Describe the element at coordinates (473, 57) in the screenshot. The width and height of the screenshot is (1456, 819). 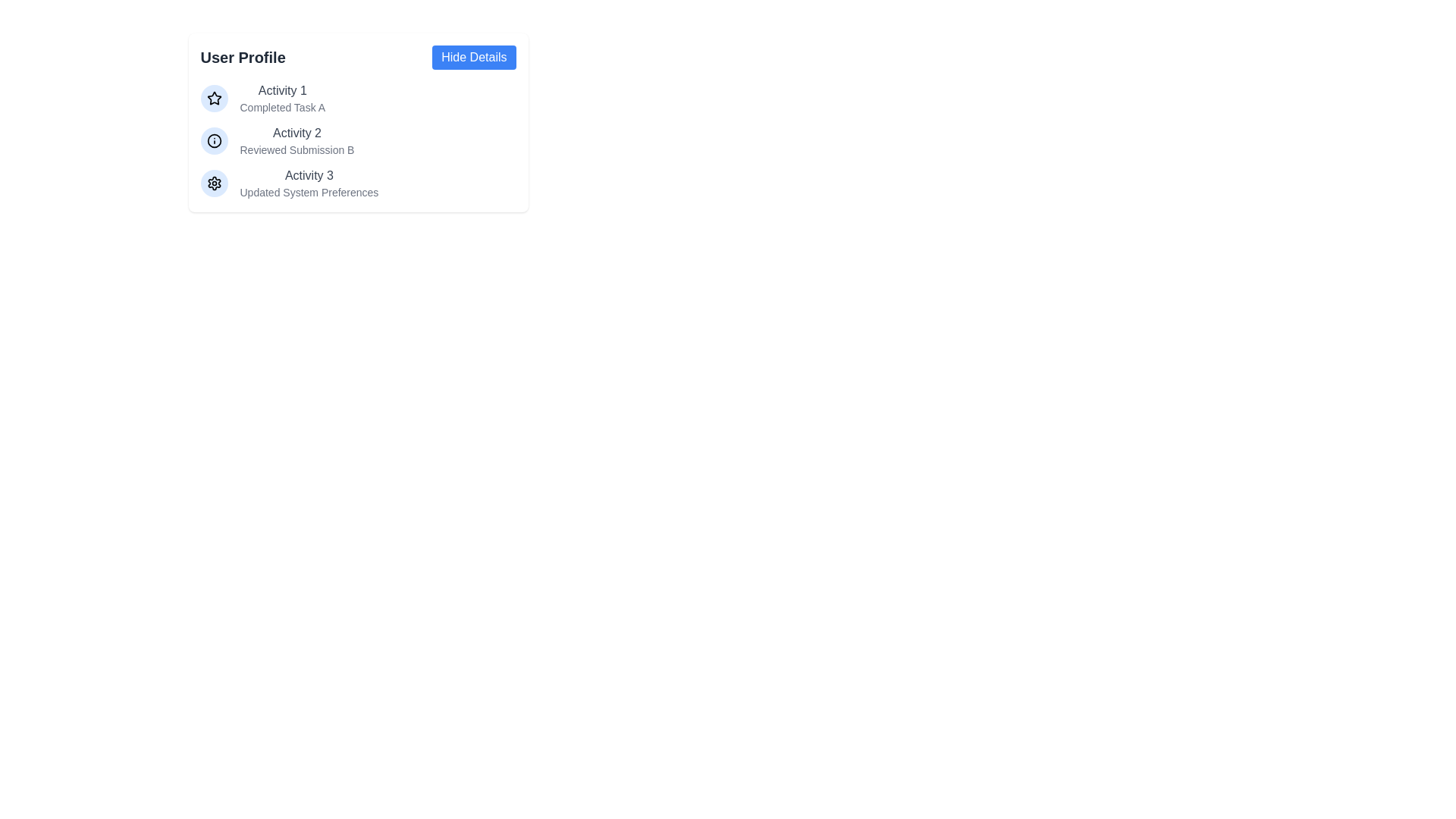
I see `the button located at the top-right side of the 'User Profile' section to hide additional details` at that location.